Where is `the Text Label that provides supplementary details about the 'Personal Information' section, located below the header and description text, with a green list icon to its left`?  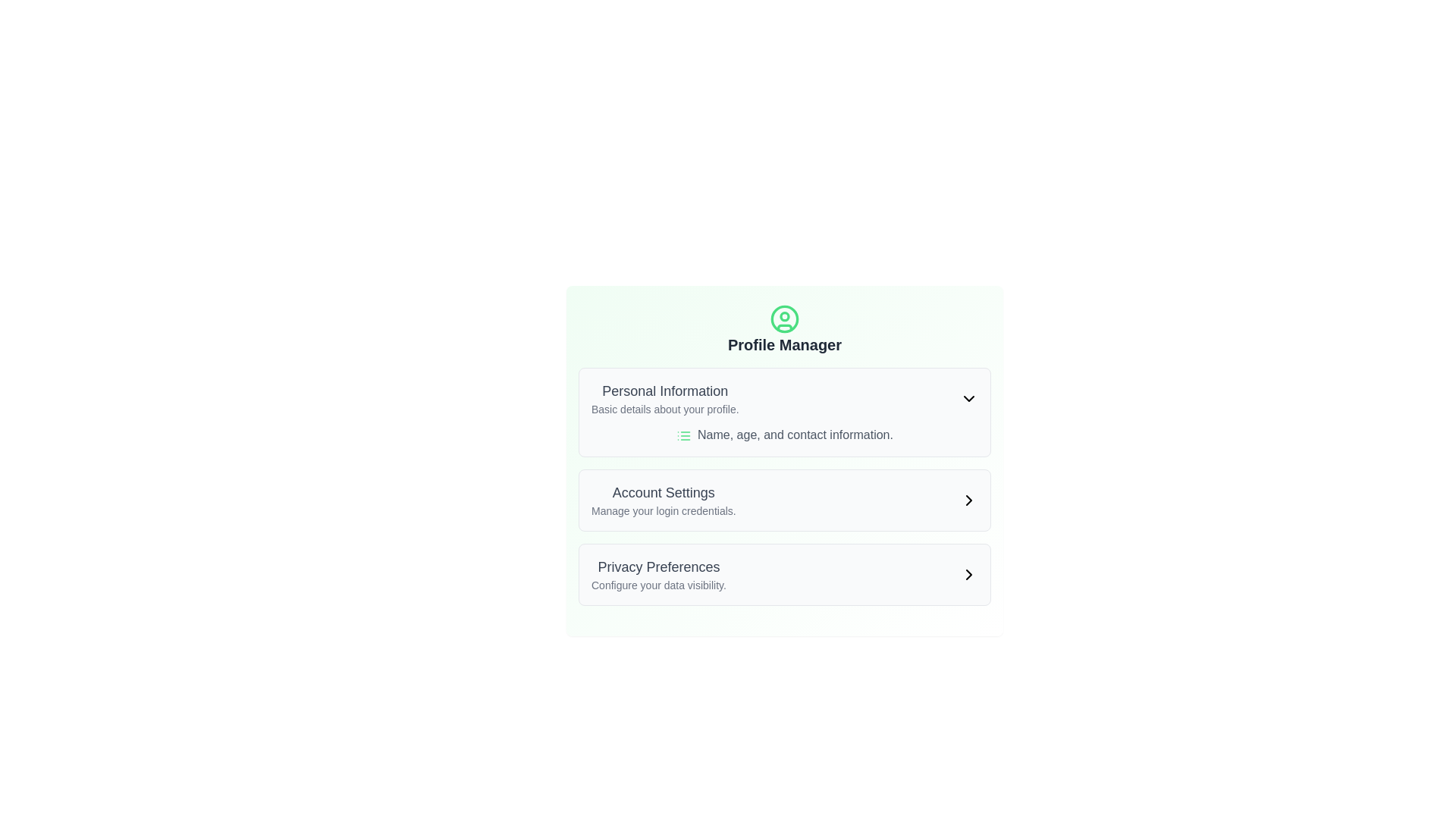 the Text Label that provides supplementary details about the 'Personal Information' section, located below the header and description text, with a green list icon to its left is located at coordinates (785, 435).